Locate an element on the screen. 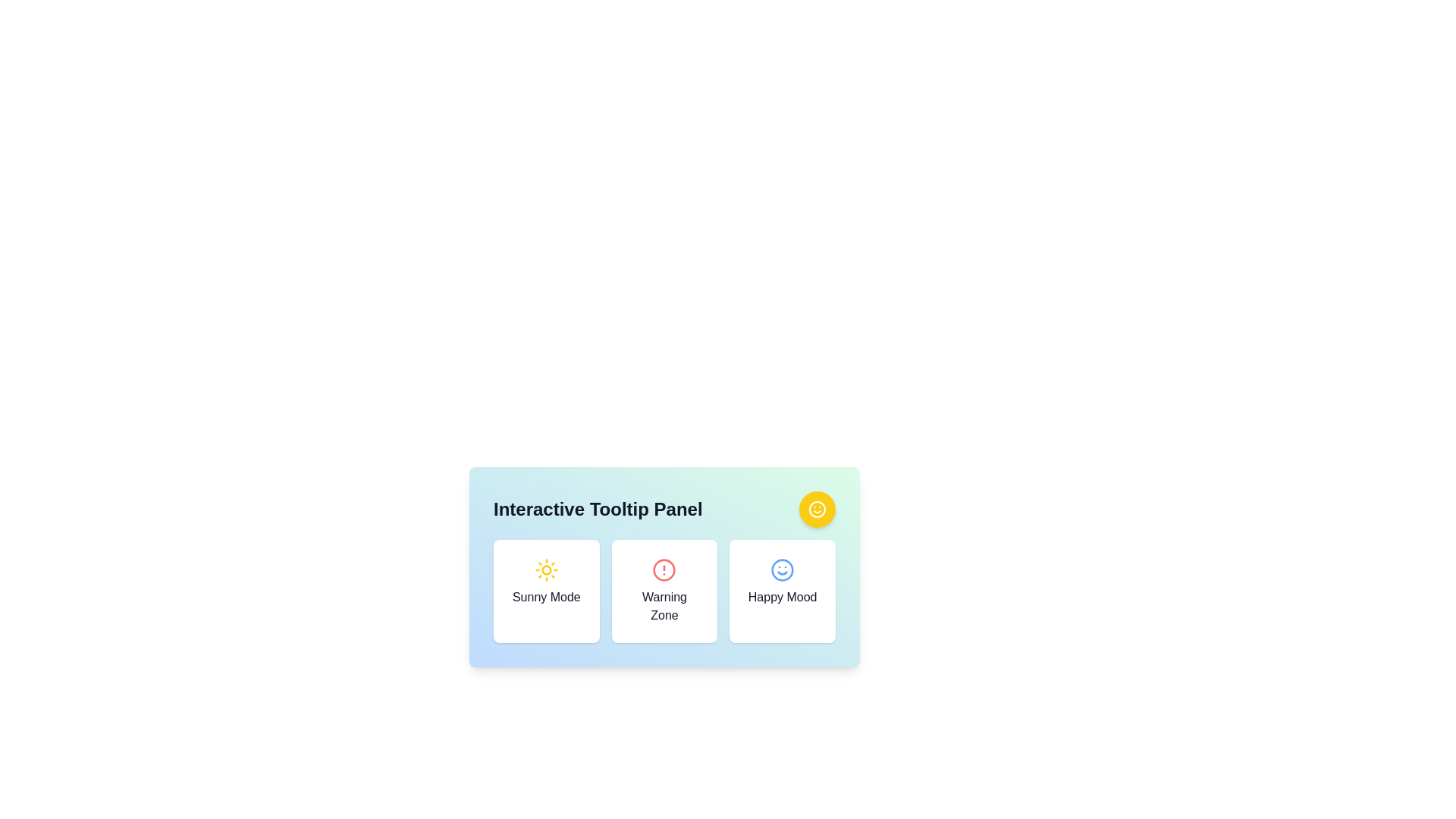  the visual design of the 'Happy Mood' icon, which features a smiley face and is positioned centrally above the text 'Happy Mood' is located at coordinates (783, 570).